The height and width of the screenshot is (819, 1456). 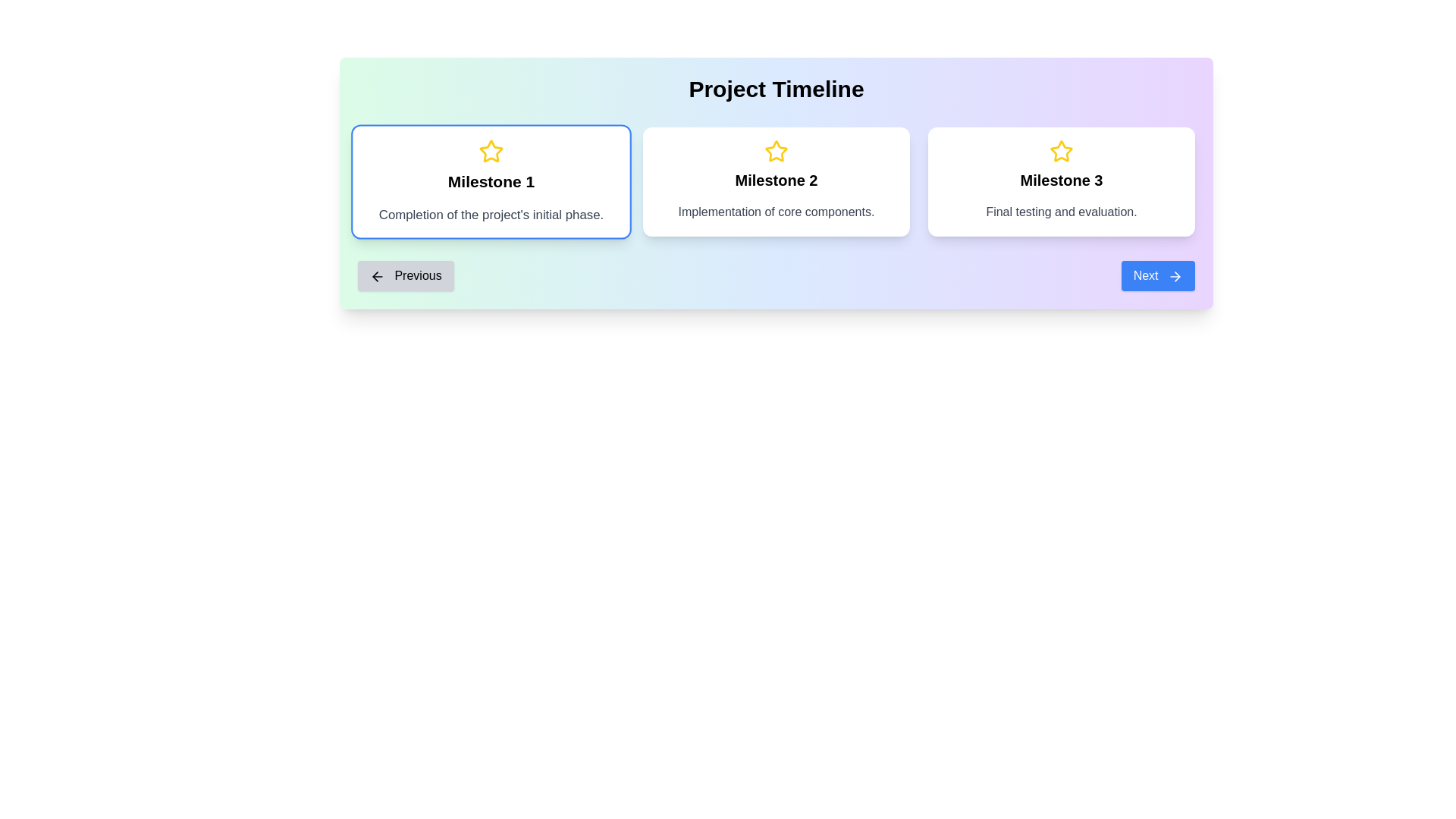 I want to click on the text label that describes 'Milestone 2,' located in the second card of the horizontally-aligned card group, directly below the title 'Milestone 2.', so click(x=776, y=212).